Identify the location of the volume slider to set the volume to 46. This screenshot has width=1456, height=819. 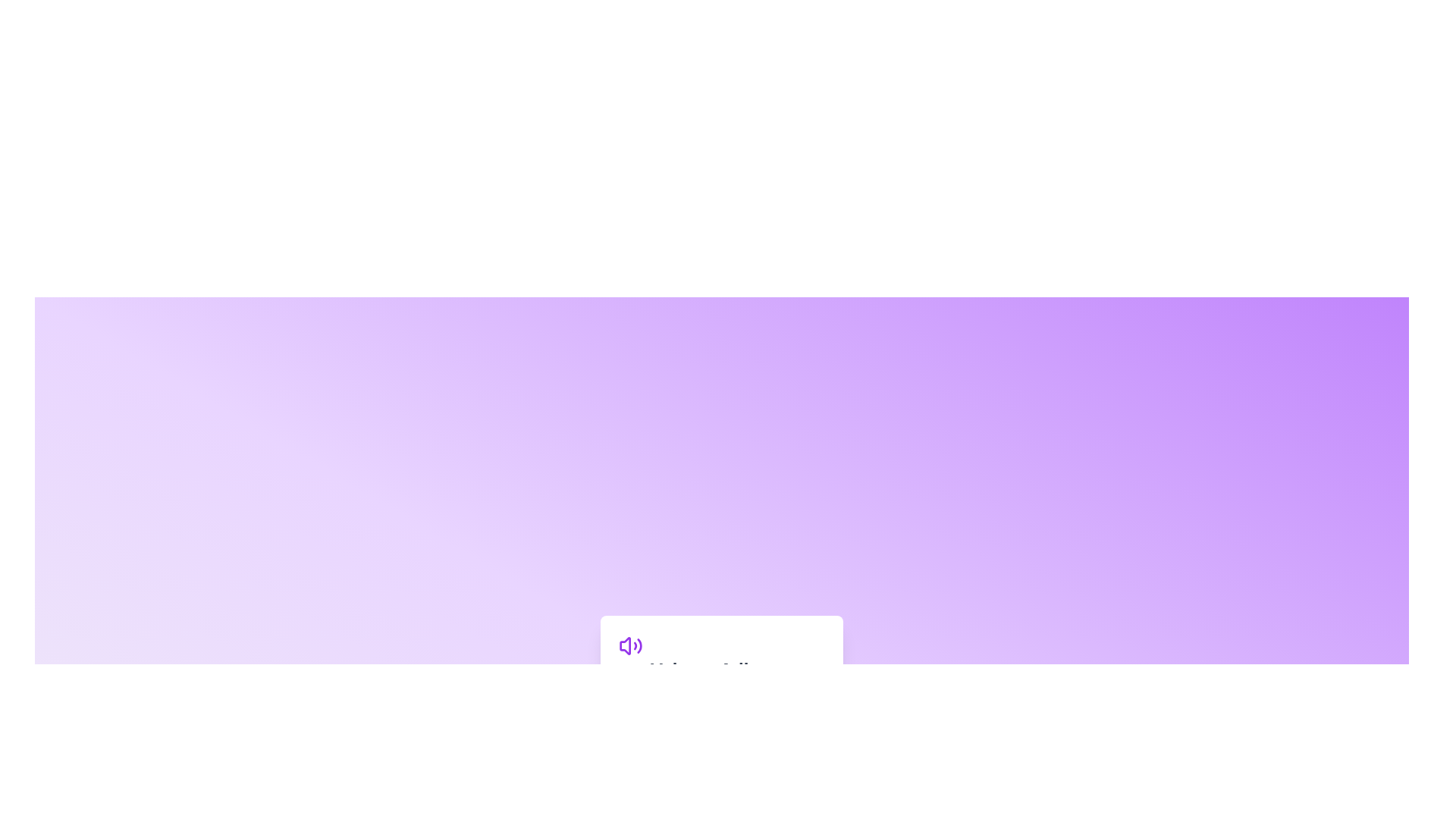
(713, 704).